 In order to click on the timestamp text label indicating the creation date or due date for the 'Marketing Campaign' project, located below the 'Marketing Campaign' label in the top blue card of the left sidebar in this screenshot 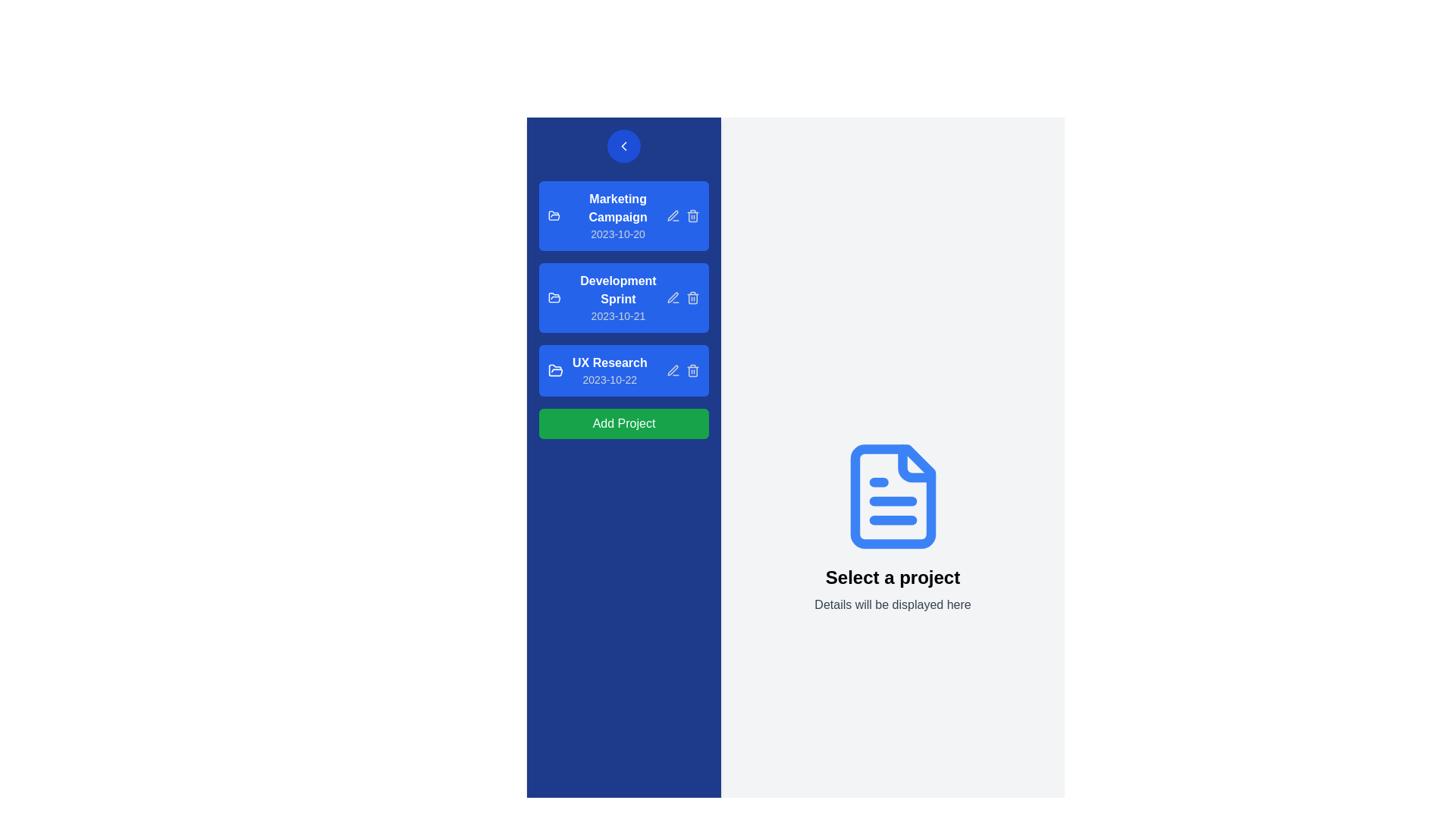, I will do `click(618, 234)`.